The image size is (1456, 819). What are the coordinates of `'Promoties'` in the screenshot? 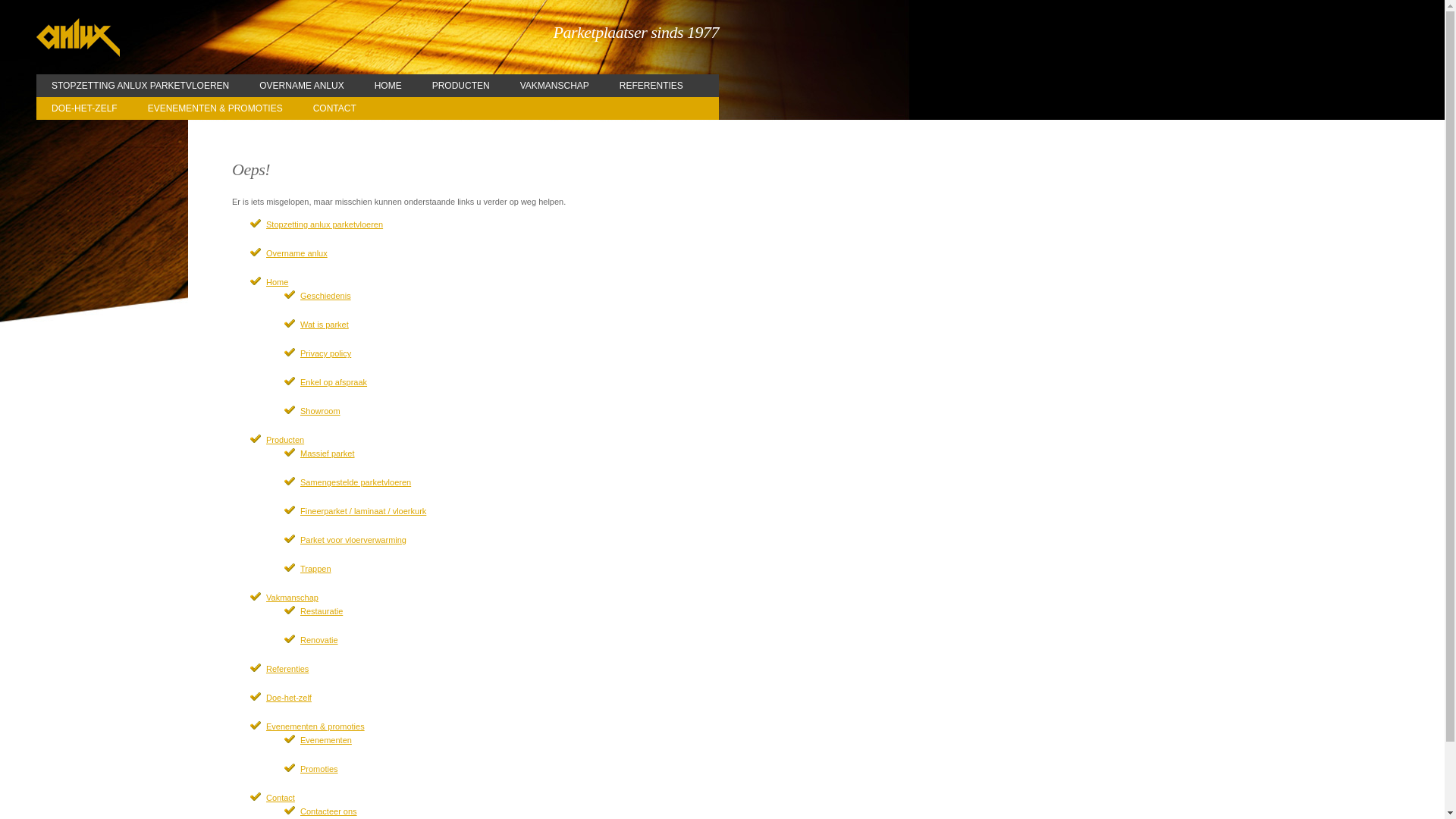 It's located at (318, 769).